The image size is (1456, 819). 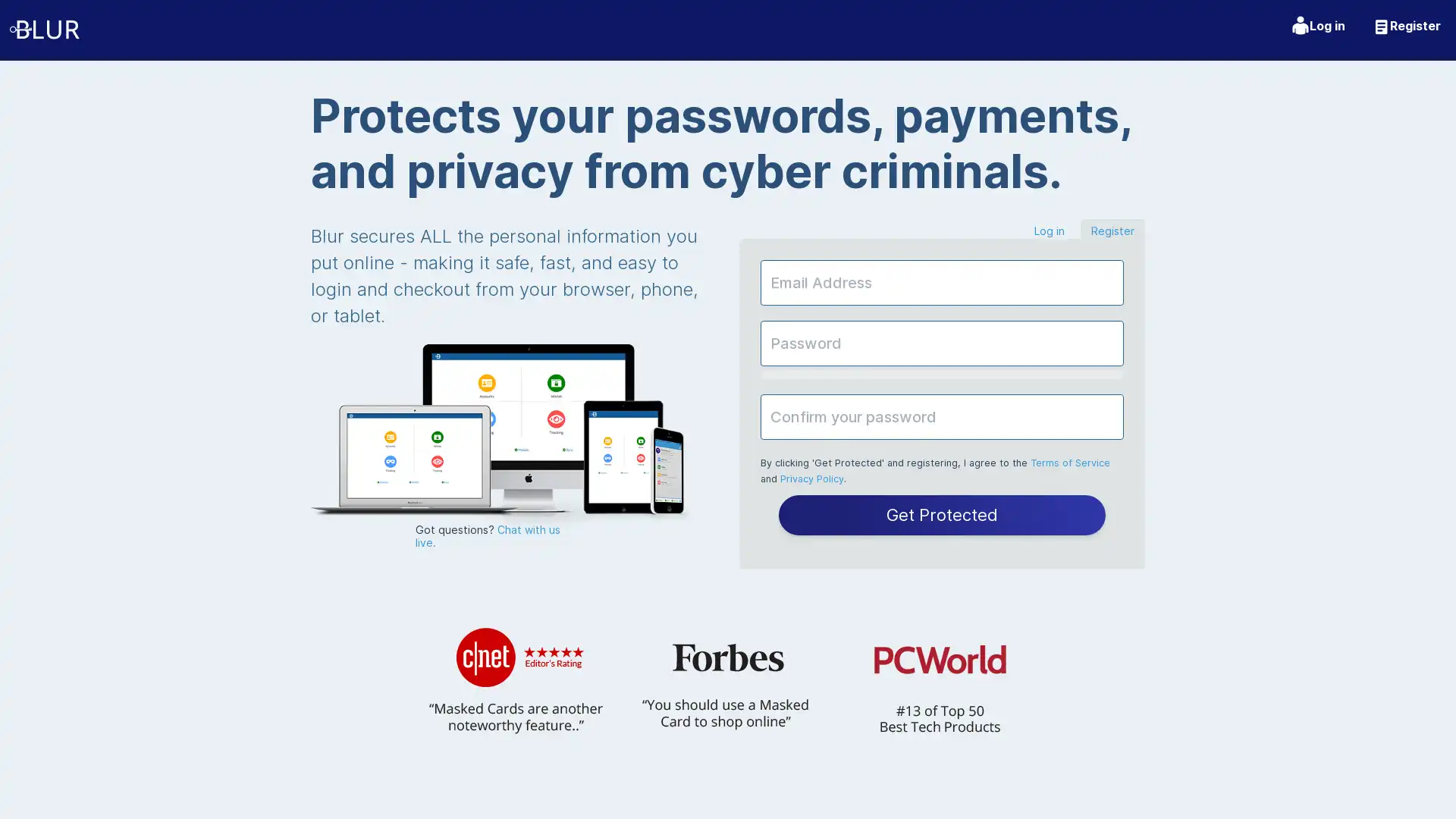 What do you see at coordinates (941, 513) in the screenshot?
I see `Get Protected` at bounding box center [941, 513].